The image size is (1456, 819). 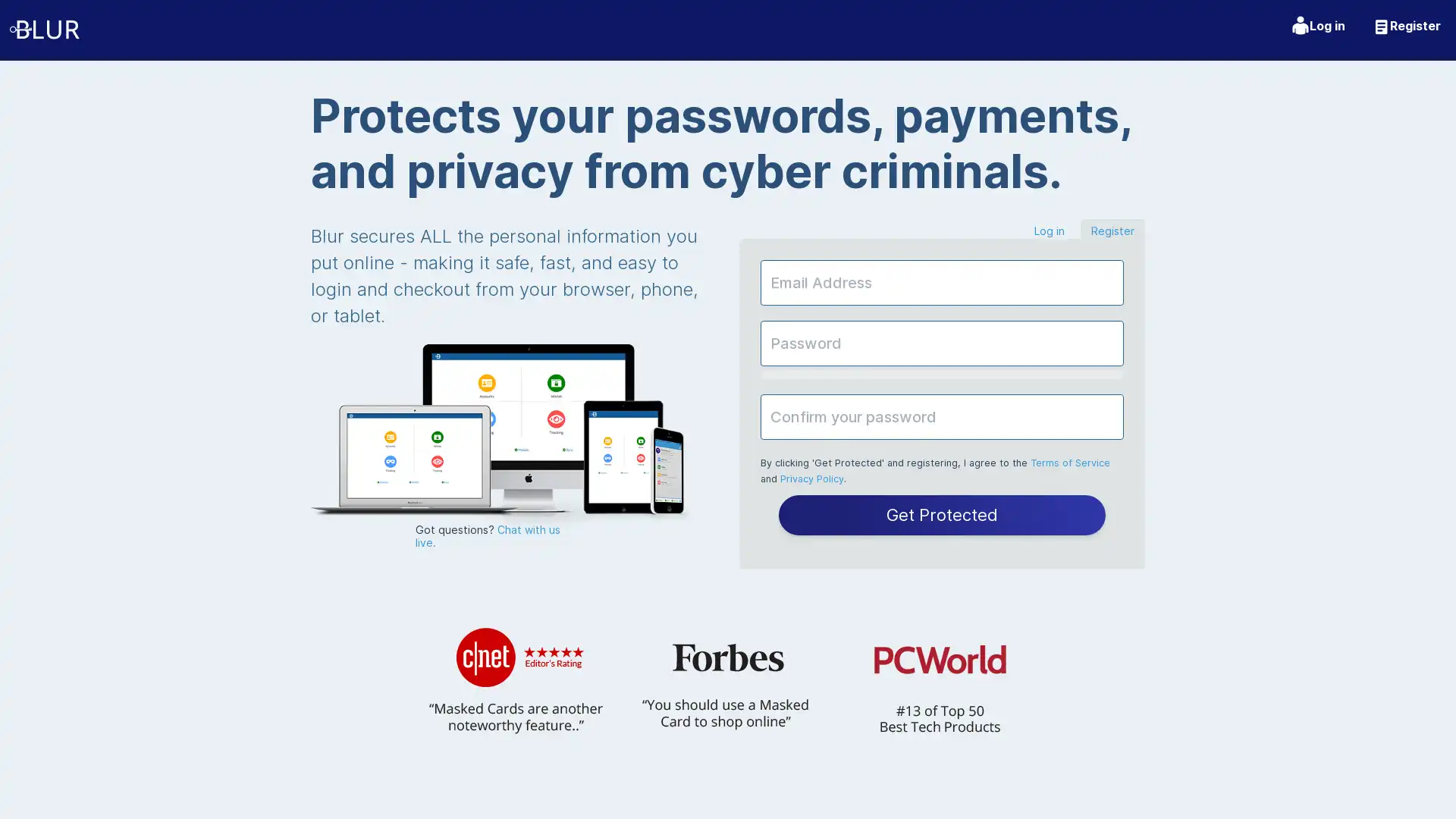 What do you see at coordinates (941, 513) in the screenshot?
I see `Get Protected` at bounding box center [941, 513].